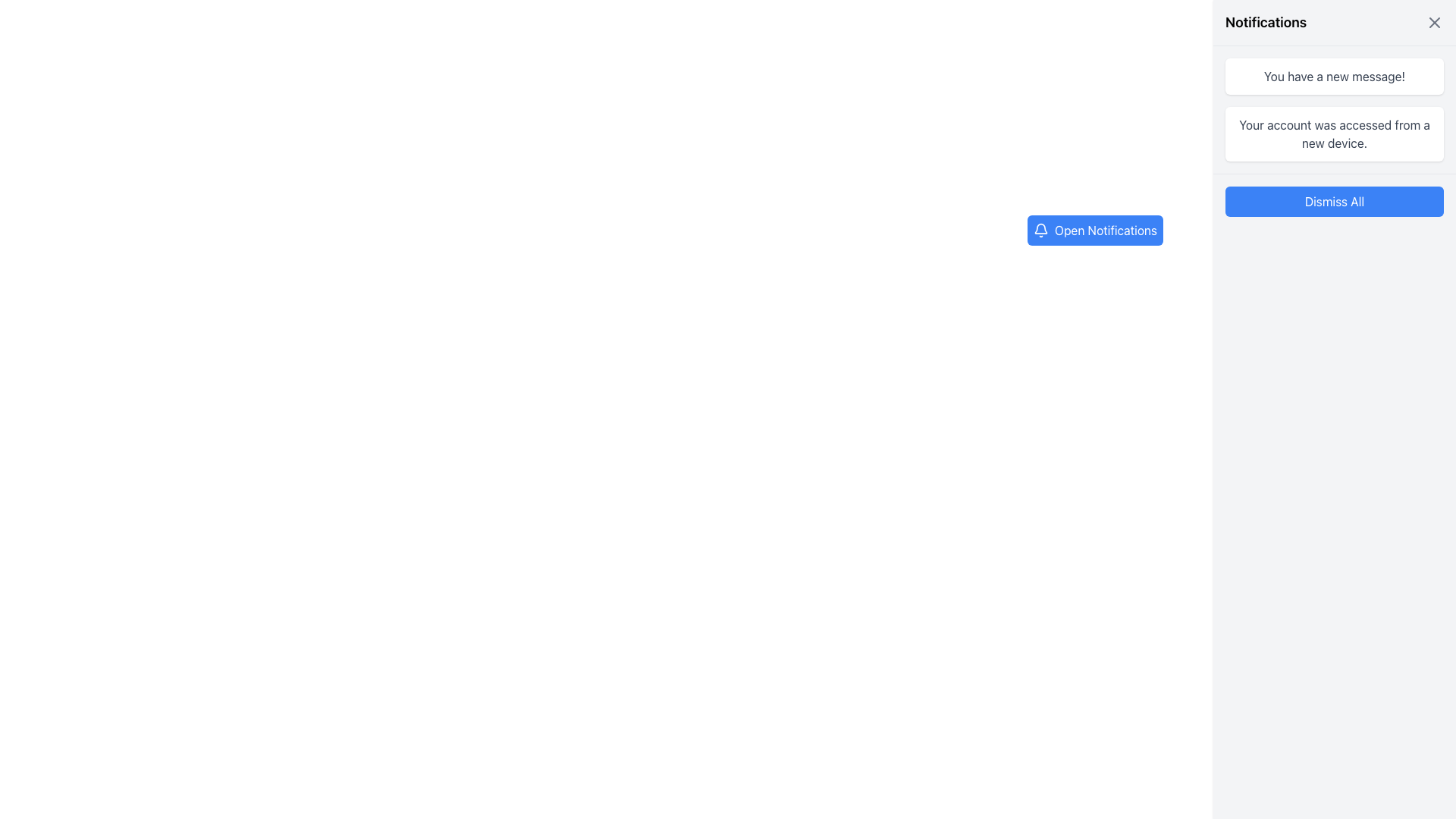 This screenshot has height=819, width=1456. What do you see at coordinates (1040, 231) in the screenshot?
I see `the notification icon located to the left of the 'Open Notifications' button` at bounding box center [1040, 231].